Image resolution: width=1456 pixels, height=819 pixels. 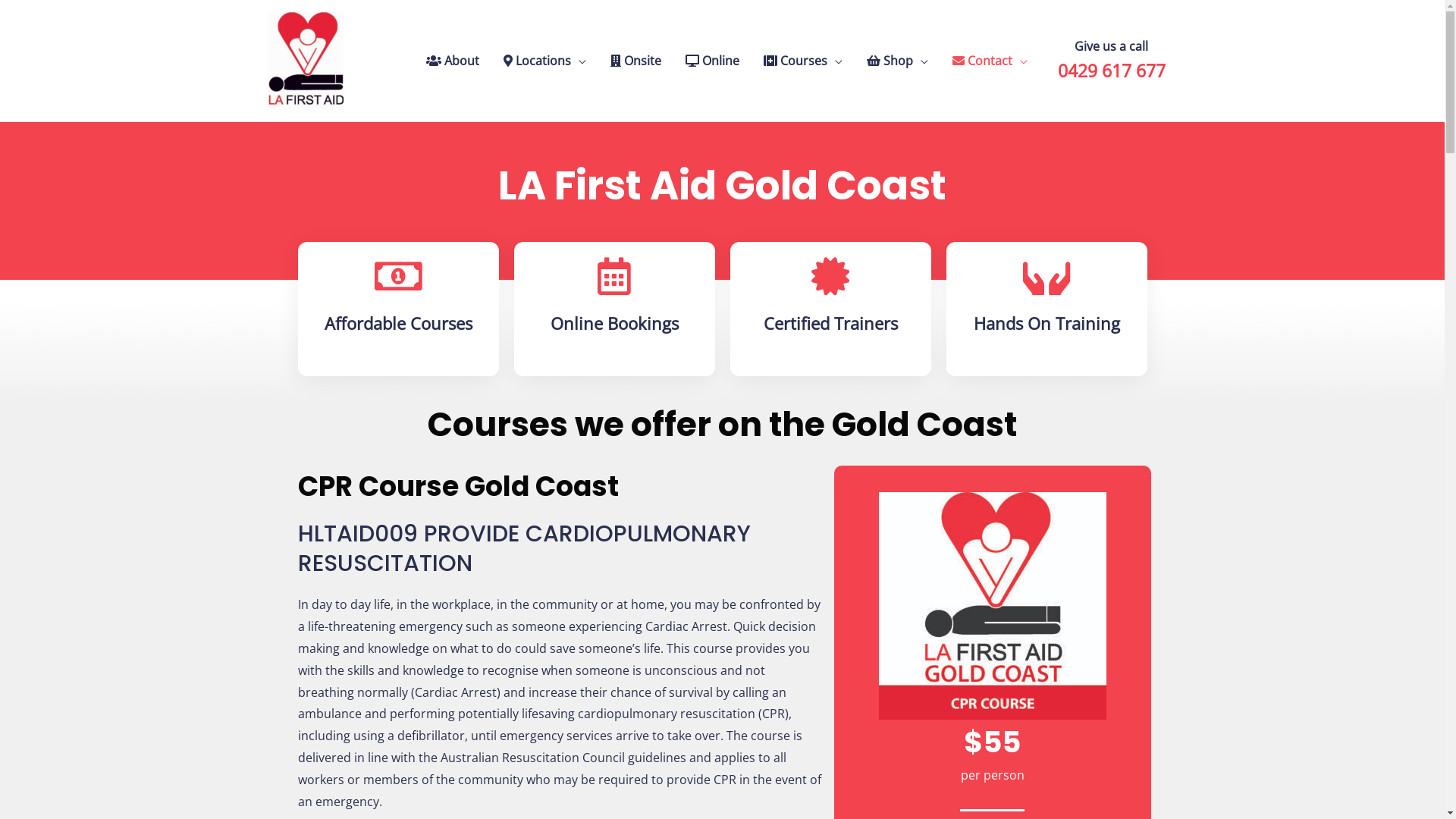 What do you see at coordinates (990, 60) in the screenshot?
I see `'Contact'` at bounding box center [990, 60].